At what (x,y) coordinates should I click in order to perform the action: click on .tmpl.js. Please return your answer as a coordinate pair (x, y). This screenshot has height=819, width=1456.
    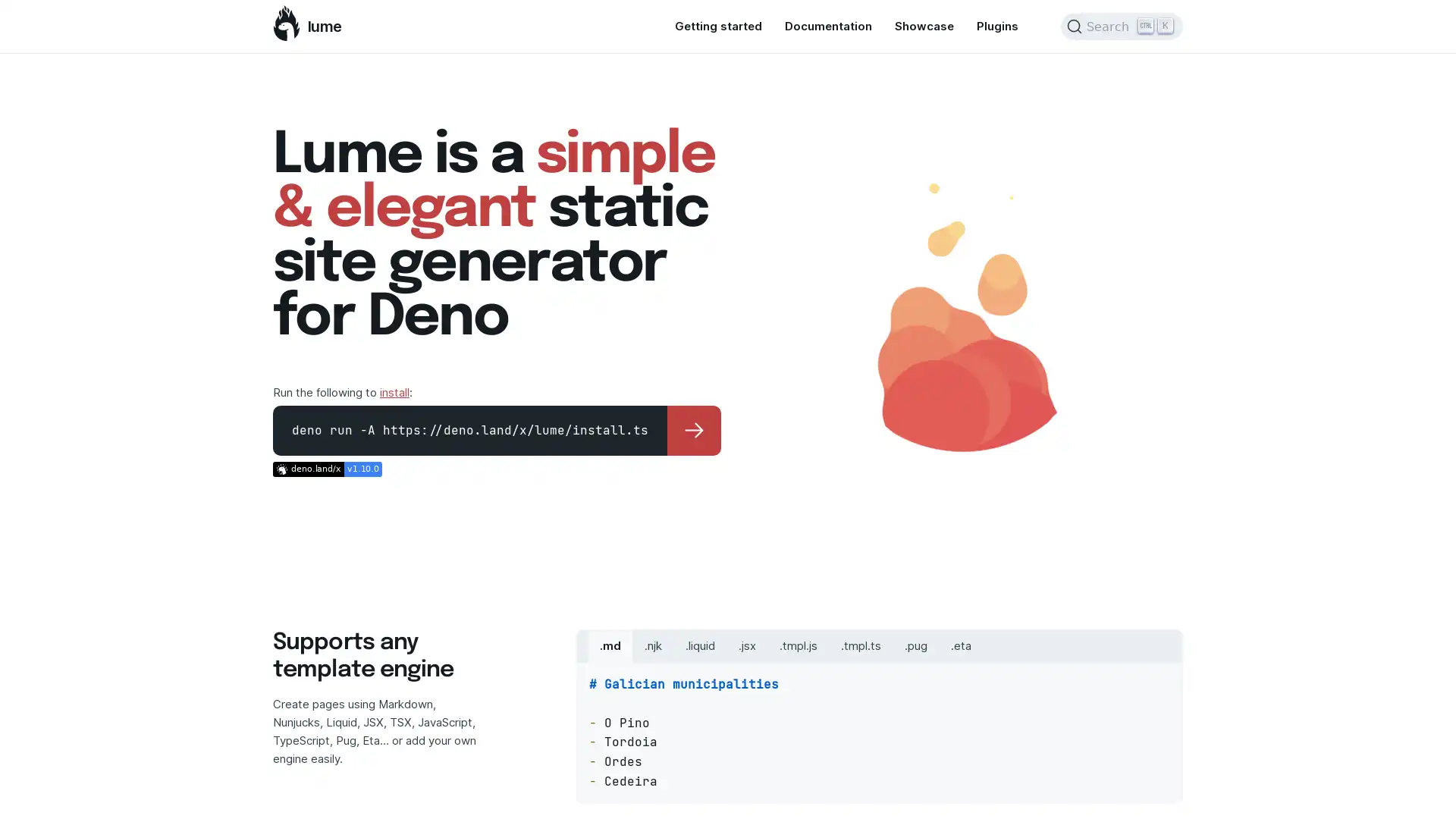
    Looking at the image, I should click on (797, 645).